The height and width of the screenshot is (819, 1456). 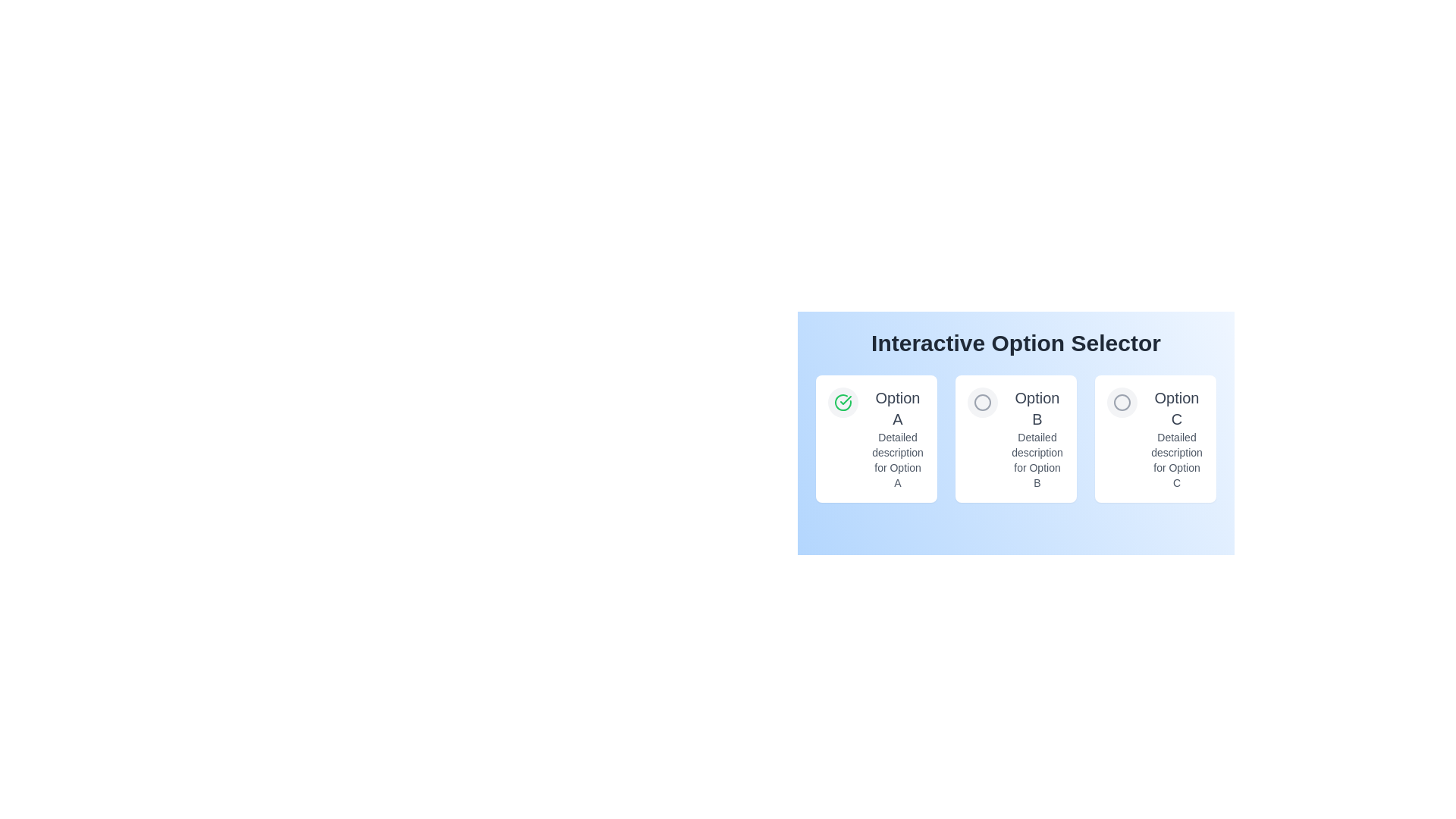 I want to click on the first selectable option in the interactive option selector component, which is positioned to the right of the green check mark icon and immediately to the left of 'Option B', so click(x=898, y=438).